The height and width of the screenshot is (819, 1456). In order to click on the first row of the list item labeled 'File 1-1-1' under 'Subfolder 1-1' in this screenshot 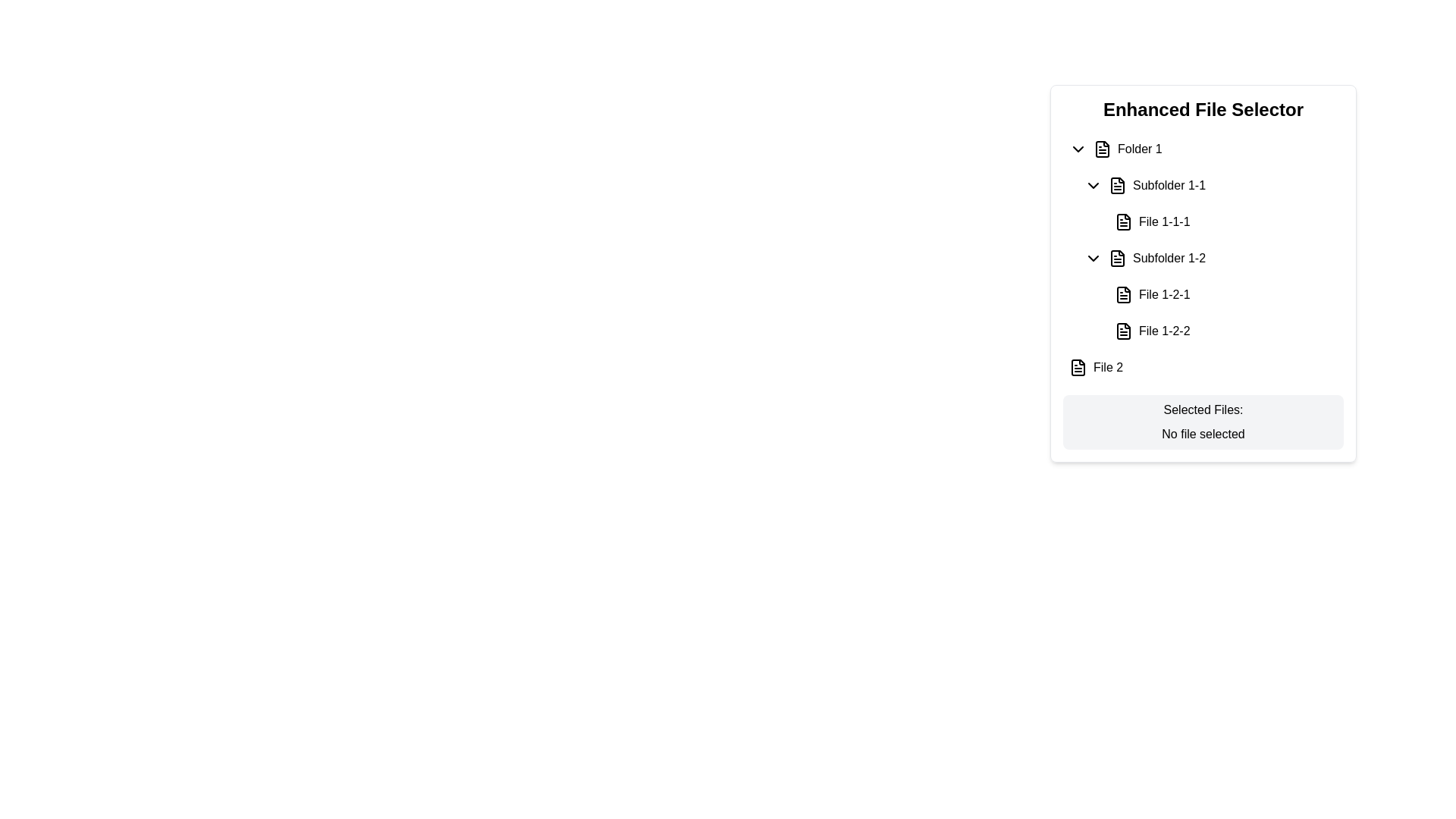, I will do `click(1226, 222)`.